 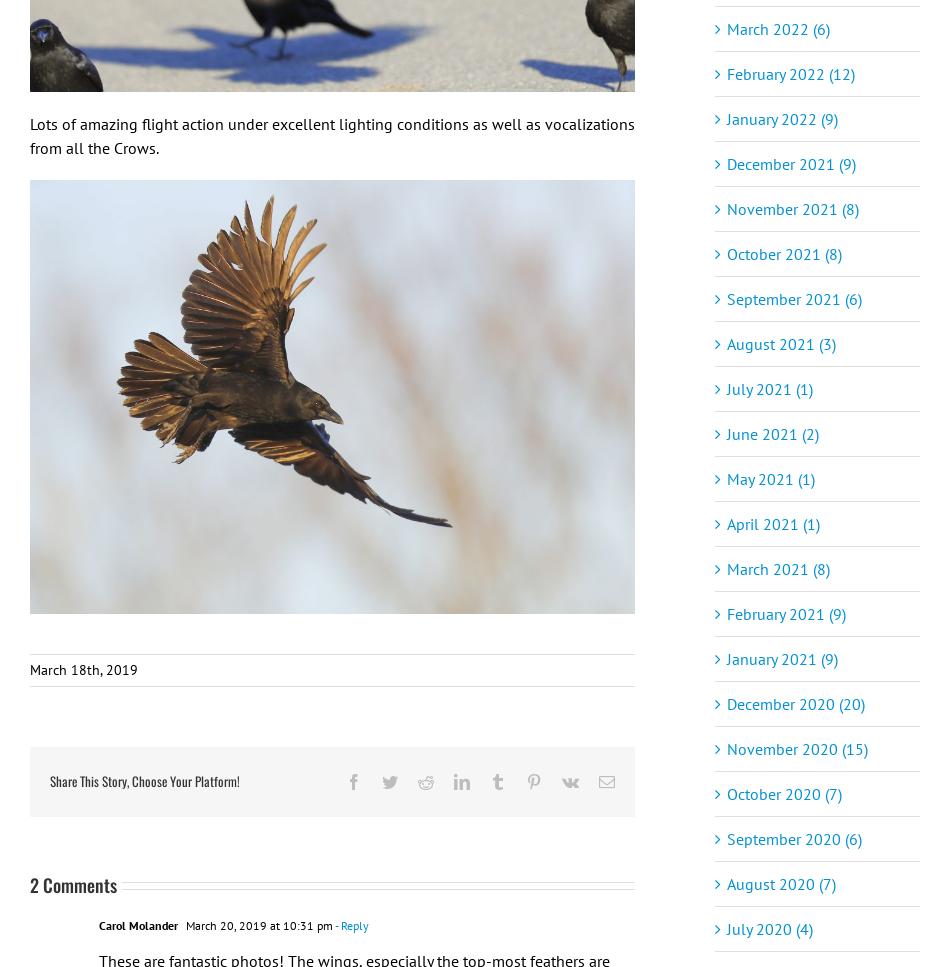 I want to click on 'Lots of amazing flight action under excellent lighting conditions as well as vocalizations from all the Crows.', so click(x=331, y=134).